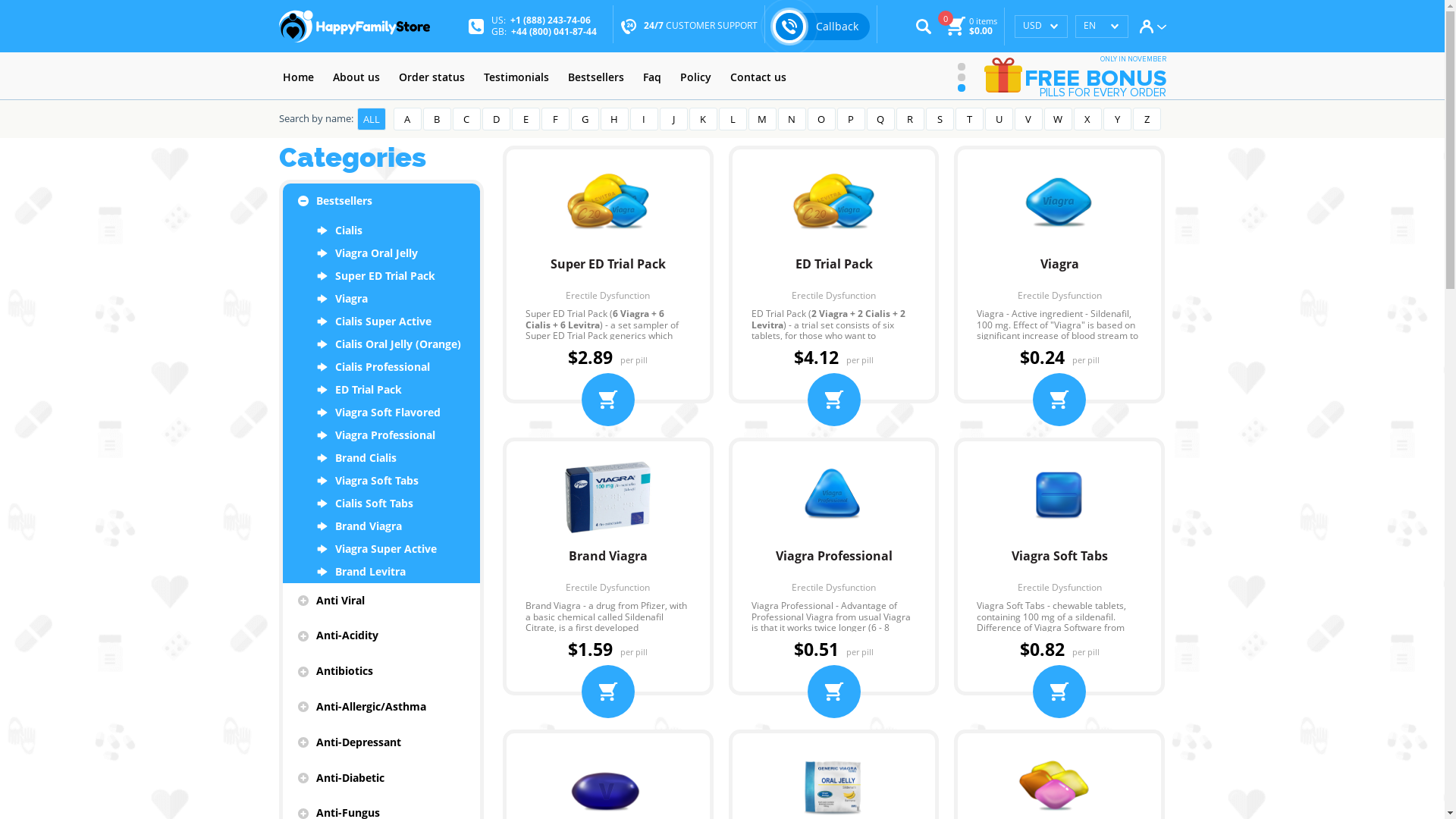  Describe the element at coordinates (381, 231) in the screenshot. I see `'Cialis'` at that location.